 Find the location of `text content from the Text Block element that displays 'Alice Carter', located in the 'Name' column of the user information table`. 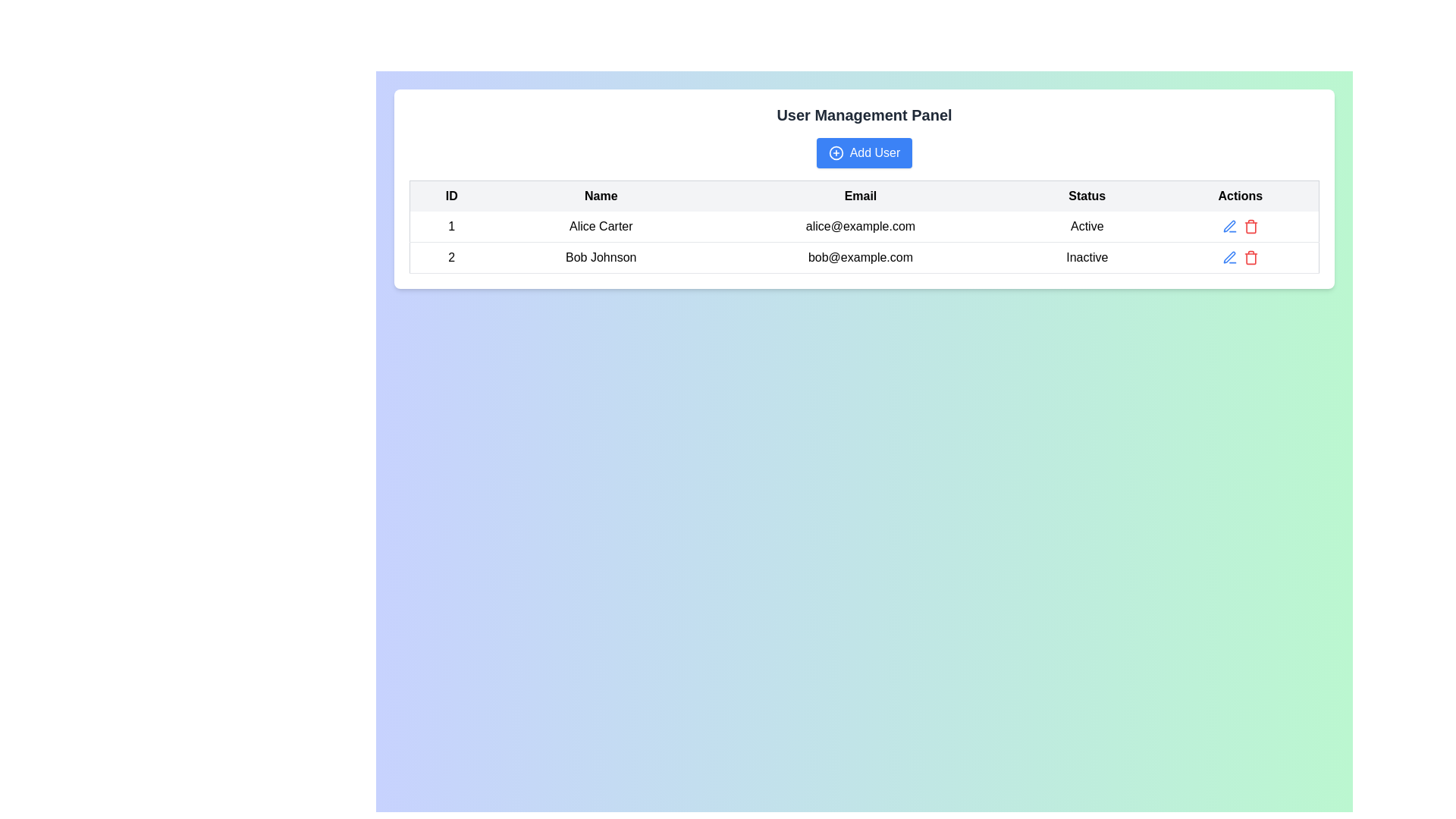

text content from the Text Block element that displays 'Alice Carter', located in the 'Name' column of the user information table is located at coordinates (600, 227).